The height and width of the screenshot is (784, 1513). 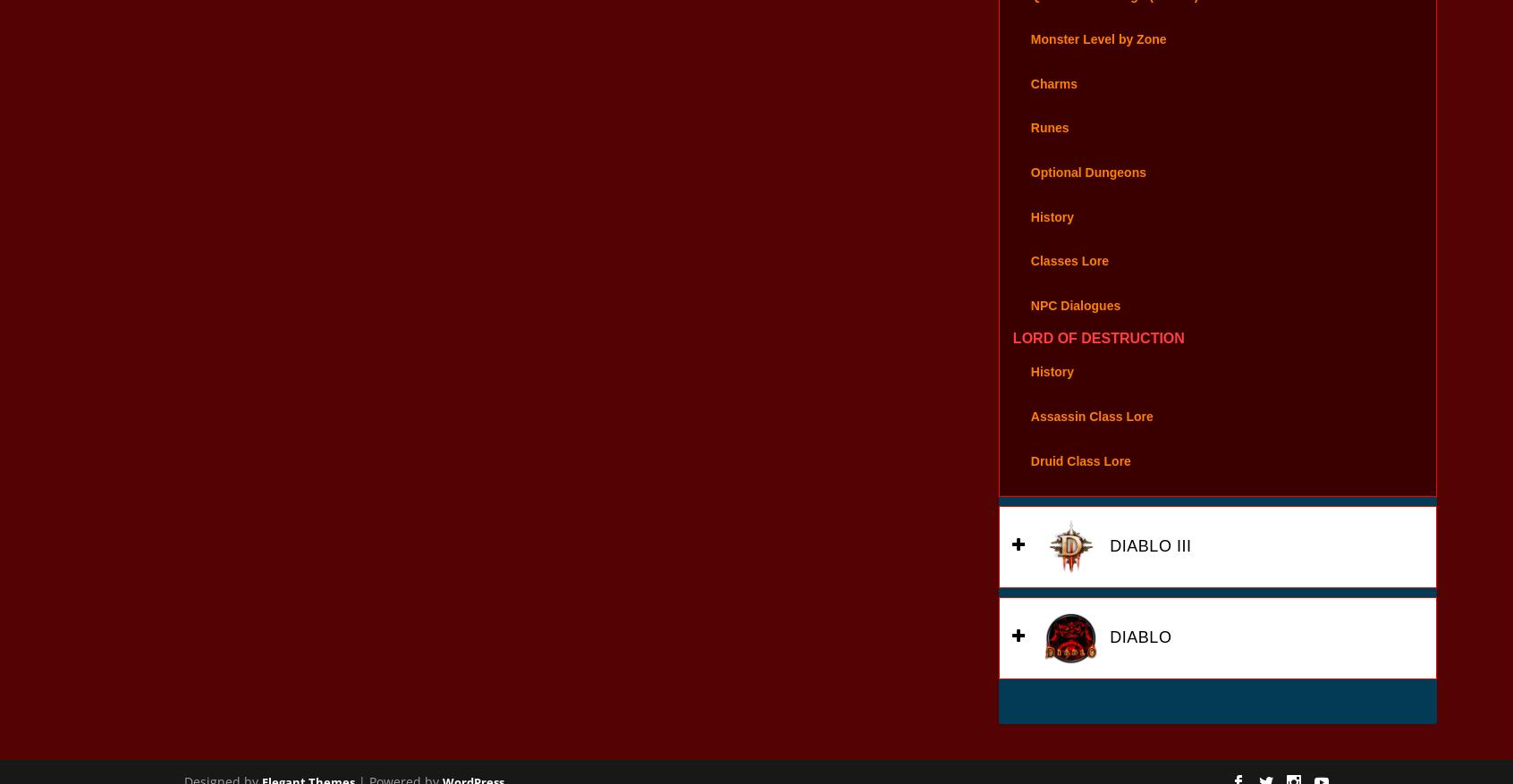 I want to click on 'LORD OF DESTRUCTION', so click(x=1098, y=361).